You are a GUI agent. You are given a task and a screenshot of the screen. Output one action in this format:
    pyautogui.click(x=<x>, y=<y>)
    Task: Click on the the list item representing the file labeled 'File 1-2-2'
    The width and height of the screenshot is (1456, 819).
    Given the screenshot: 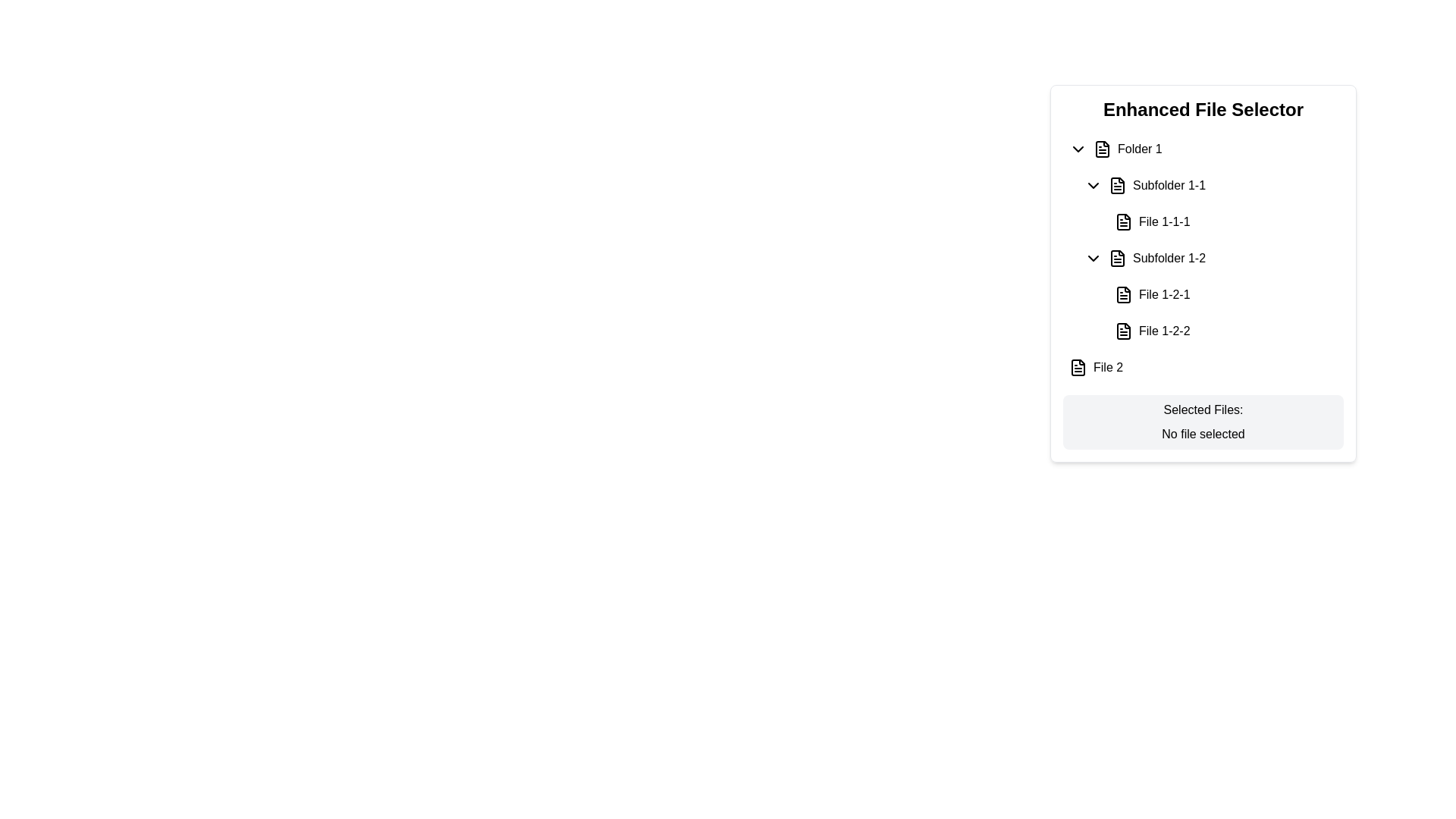 What is the action you would take?
    pyautogui.click(x=1226, y=330)
    